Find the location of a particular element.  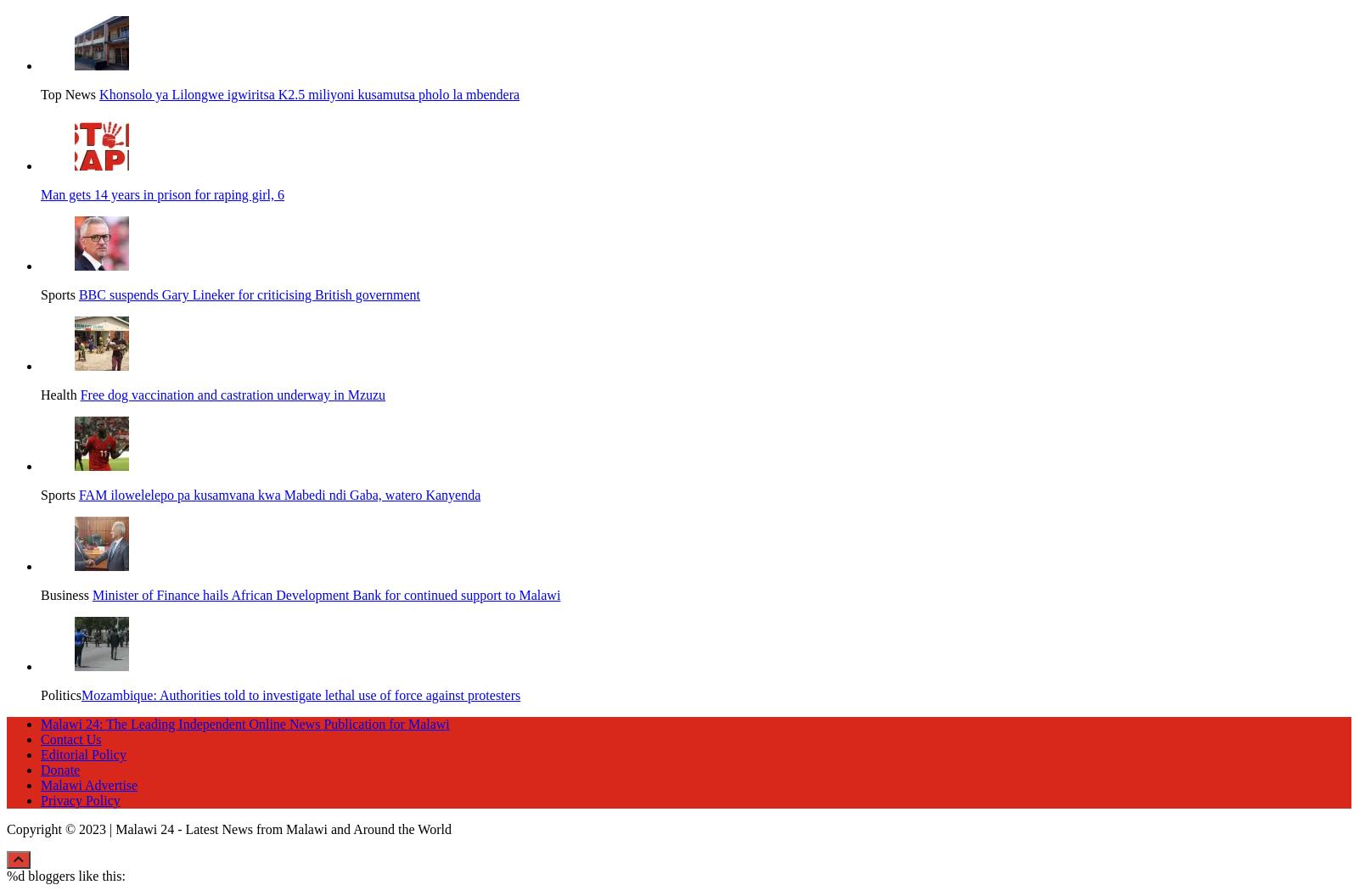

'​​​Mozambique: Authorities told to investigate lethal use of force against protesters' is located at coordinates (301, 692).